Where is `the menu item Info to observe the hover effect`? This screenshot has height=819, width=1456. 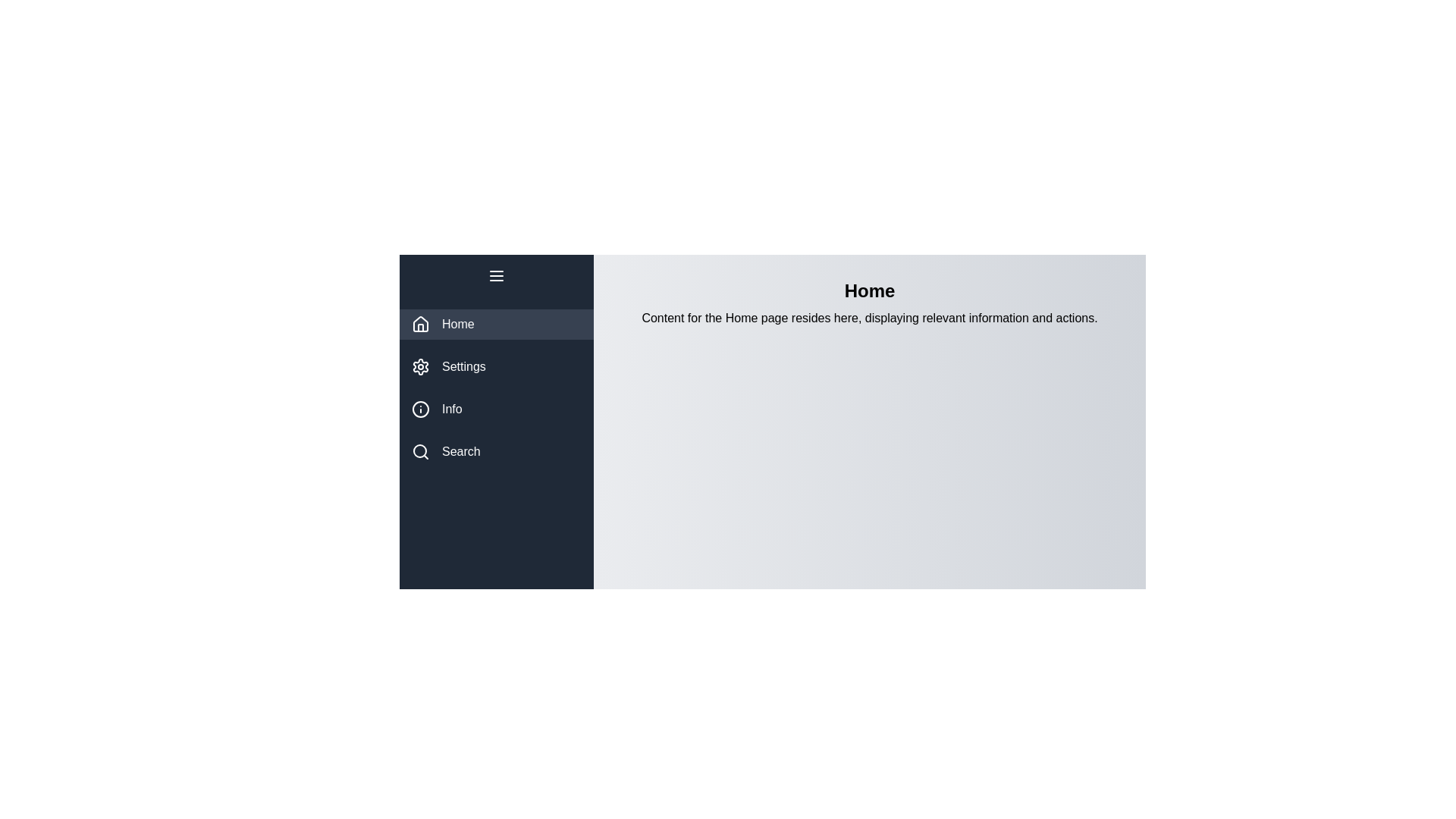 the menu item Info to observe the hover effect is located at coordinates (496, 409).